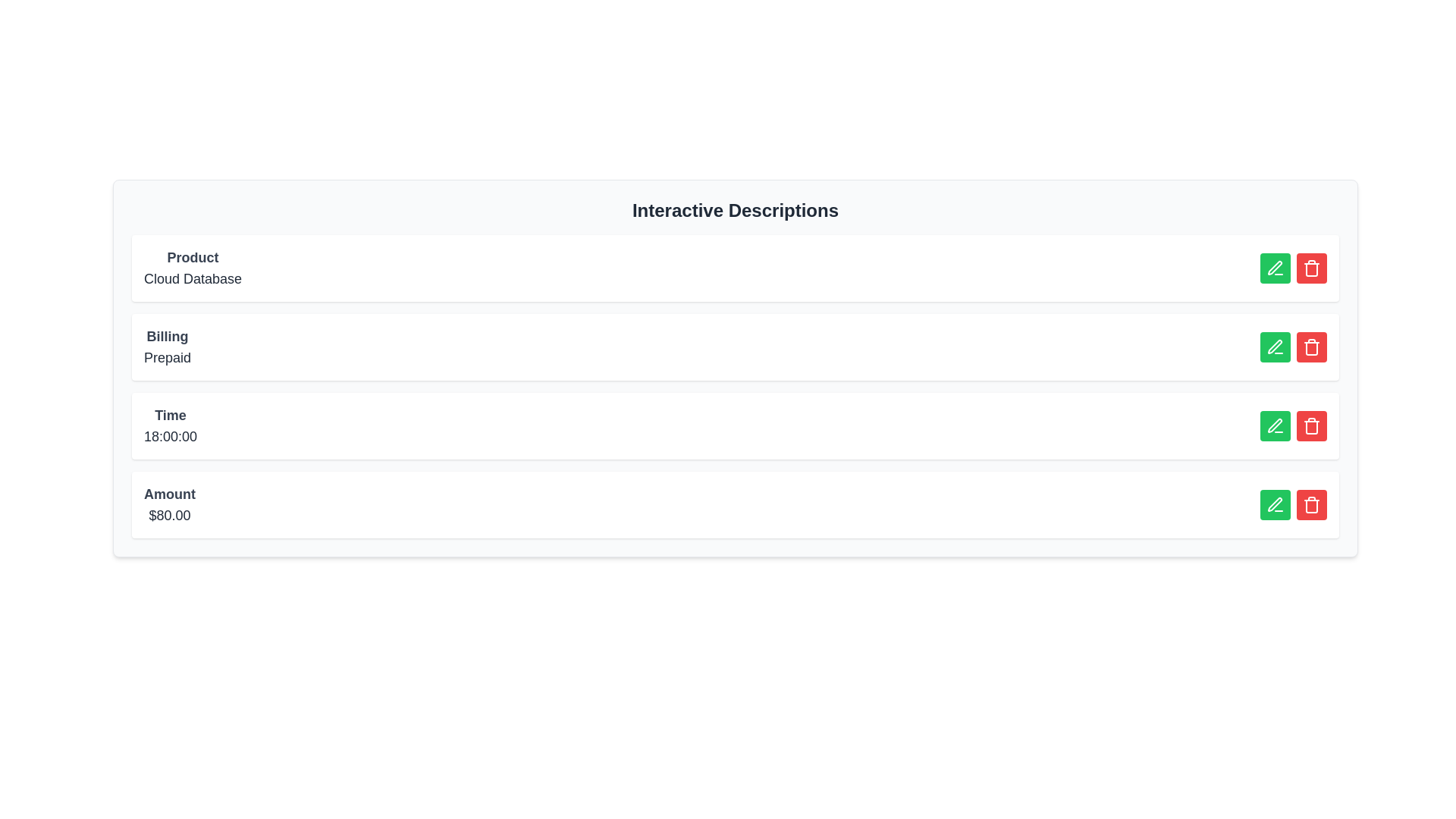 Image resolution: width=1456 pixels, height=819 pixels. I want to click on the button group containing the green 'Edit' button and the red 'Remove' button, so click(1292, 268).